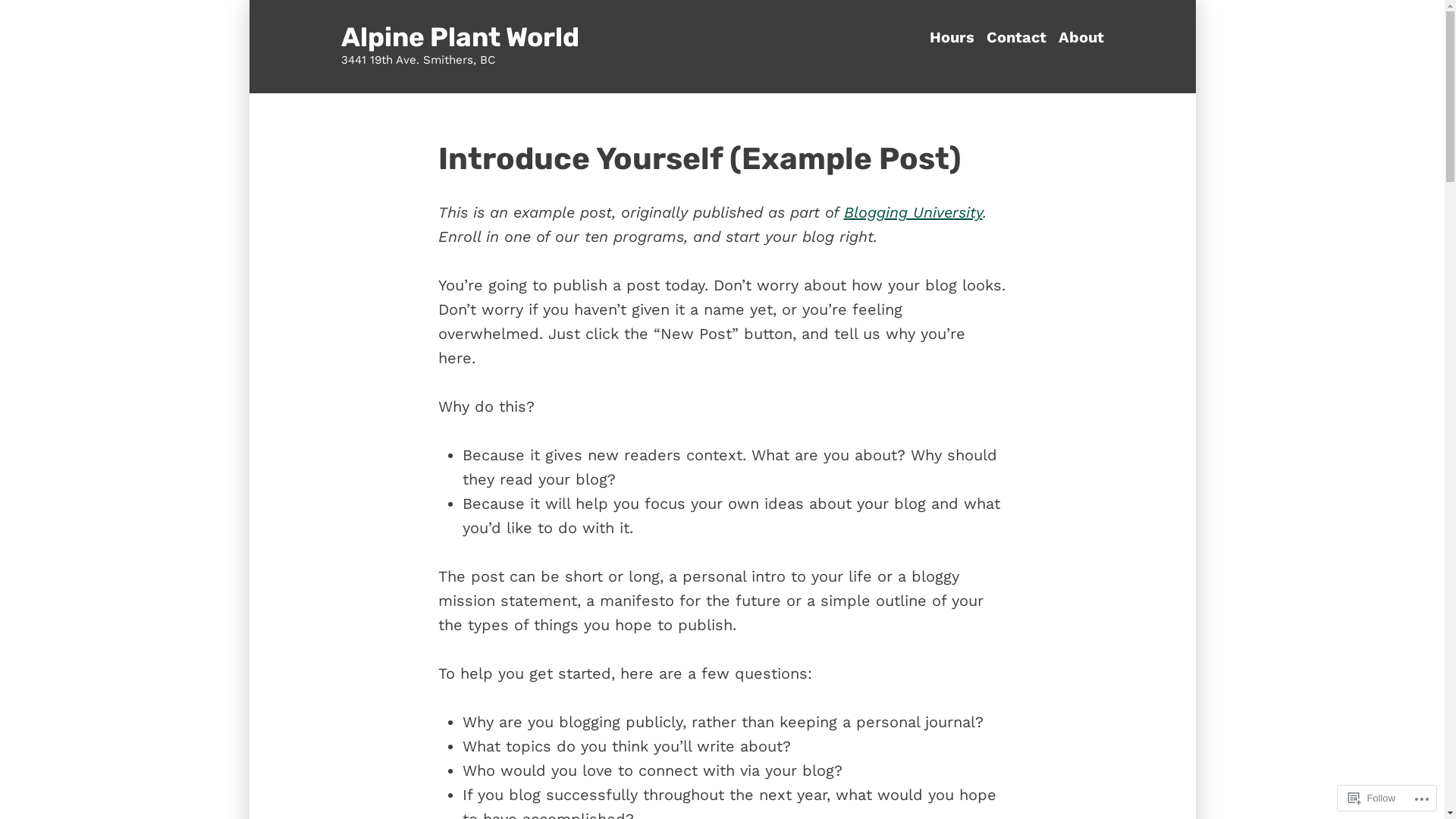  I want to click on 'About', so click(1077, 36).